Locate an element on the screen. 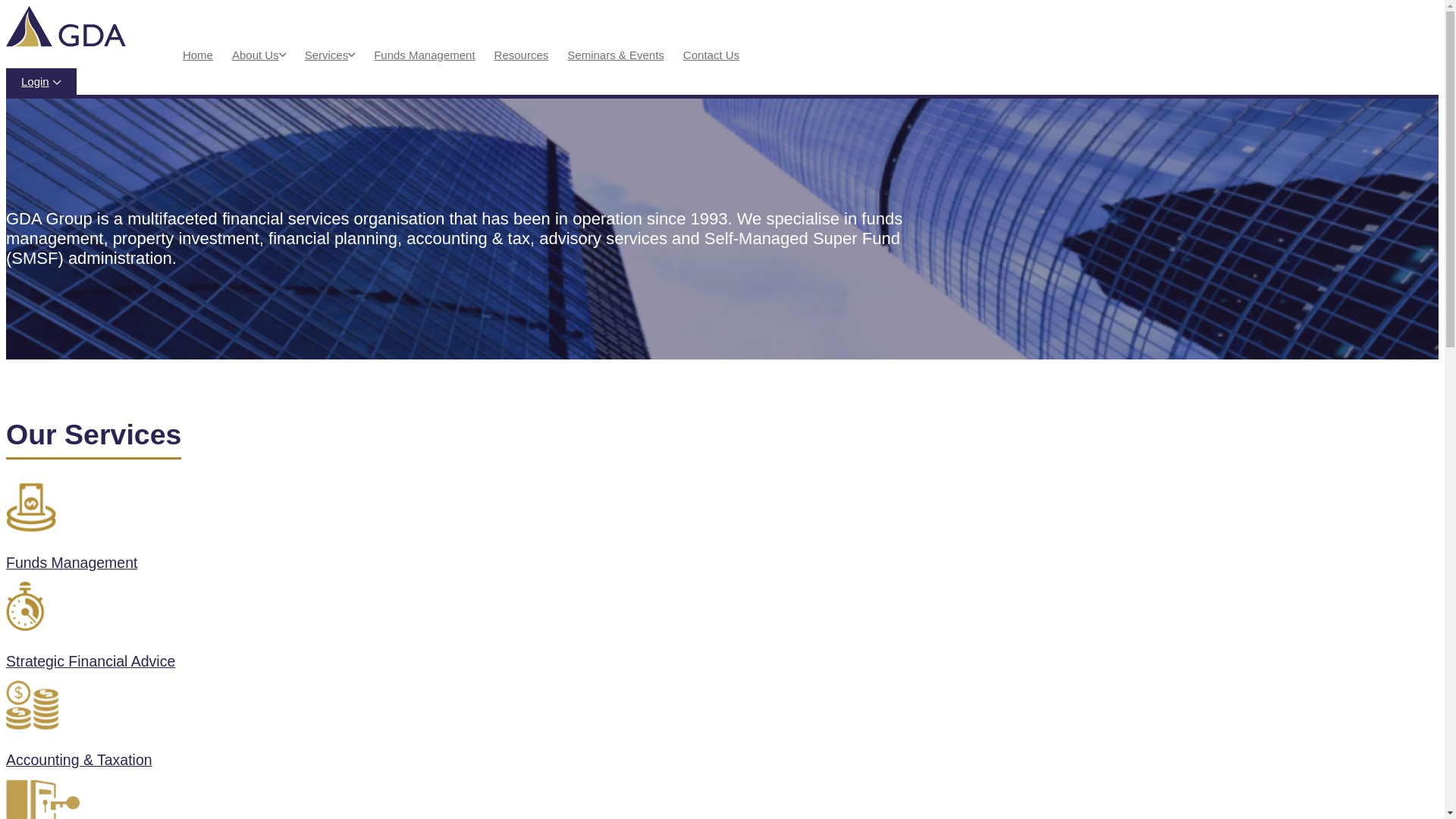  'Funds Management' is located at coordinates (460, 532).